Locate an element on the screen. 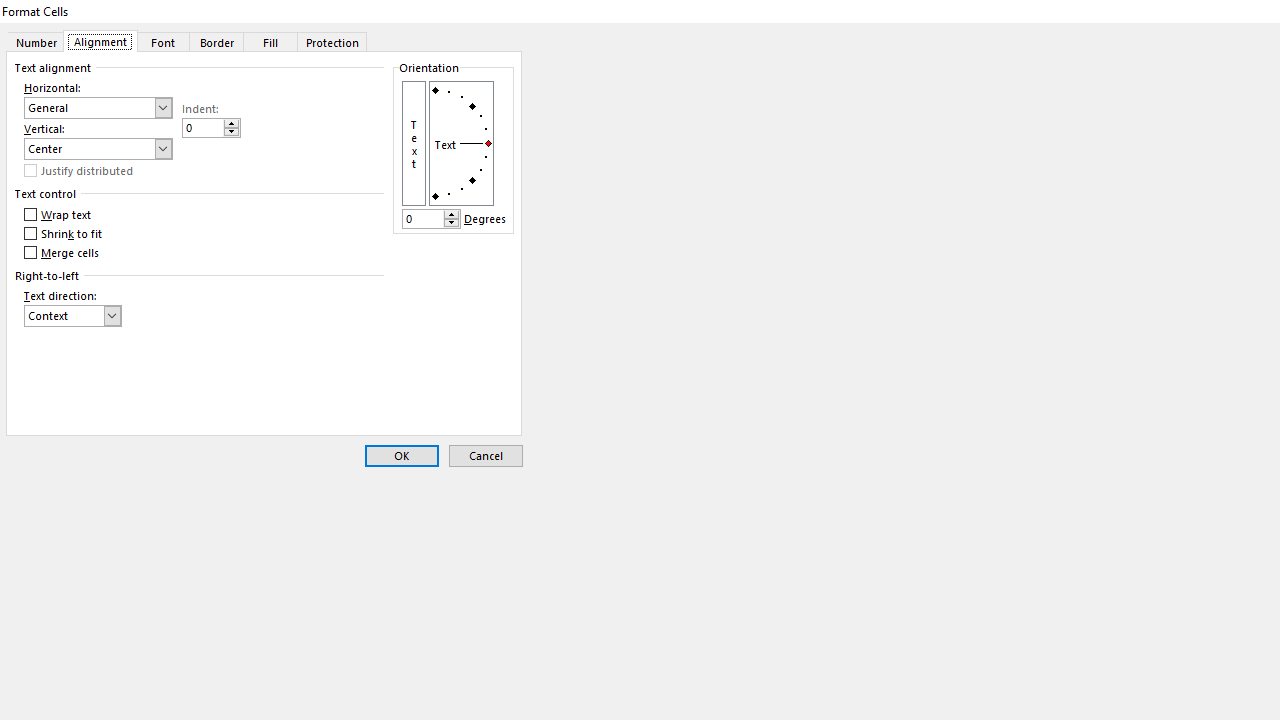 The width and height of the screenshot is (1280, 720). 'Border' is located at coordinates (216, 41).